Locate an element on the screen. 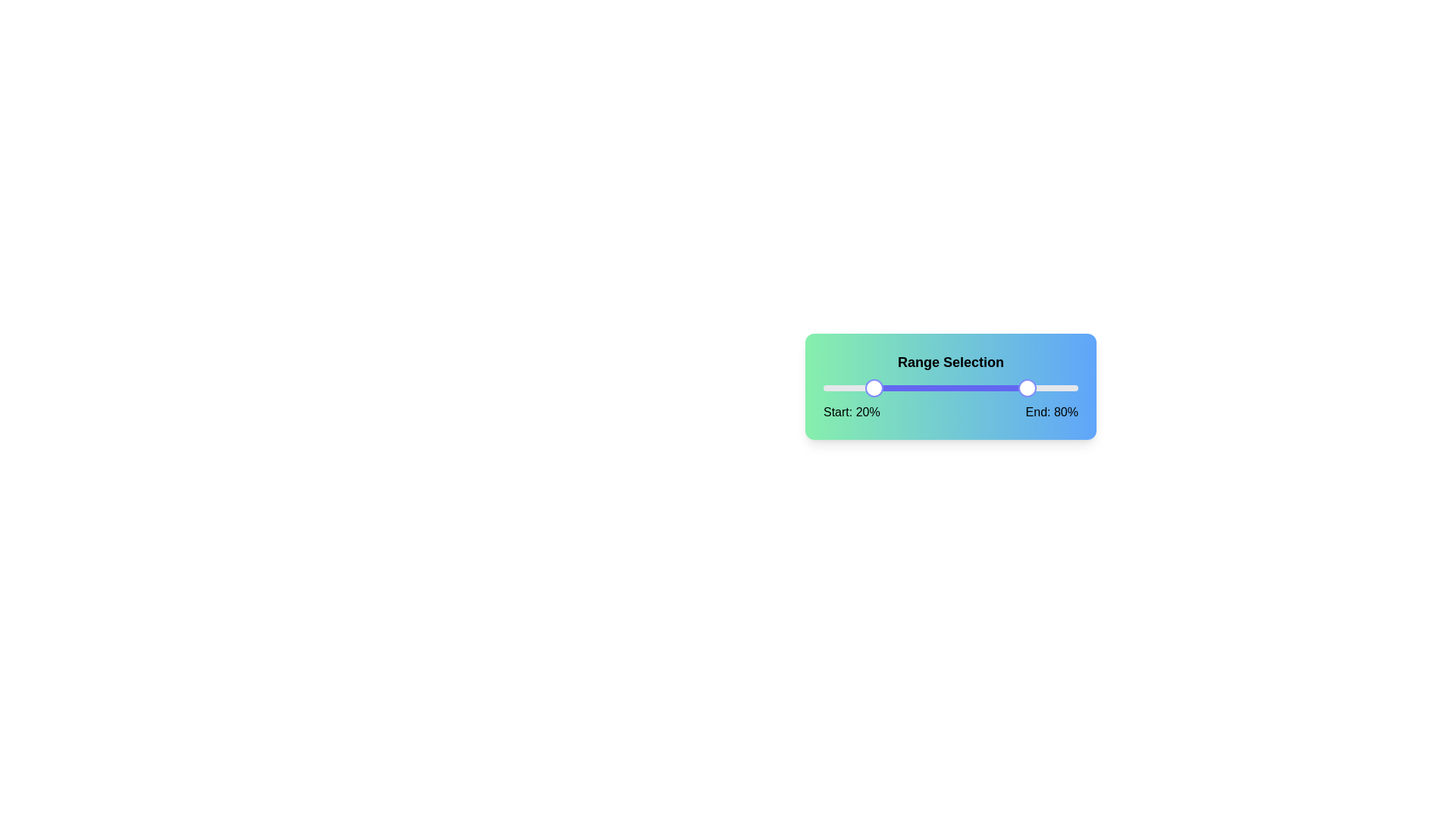  the end value of the range slider is located at coordinates (1040, 388).